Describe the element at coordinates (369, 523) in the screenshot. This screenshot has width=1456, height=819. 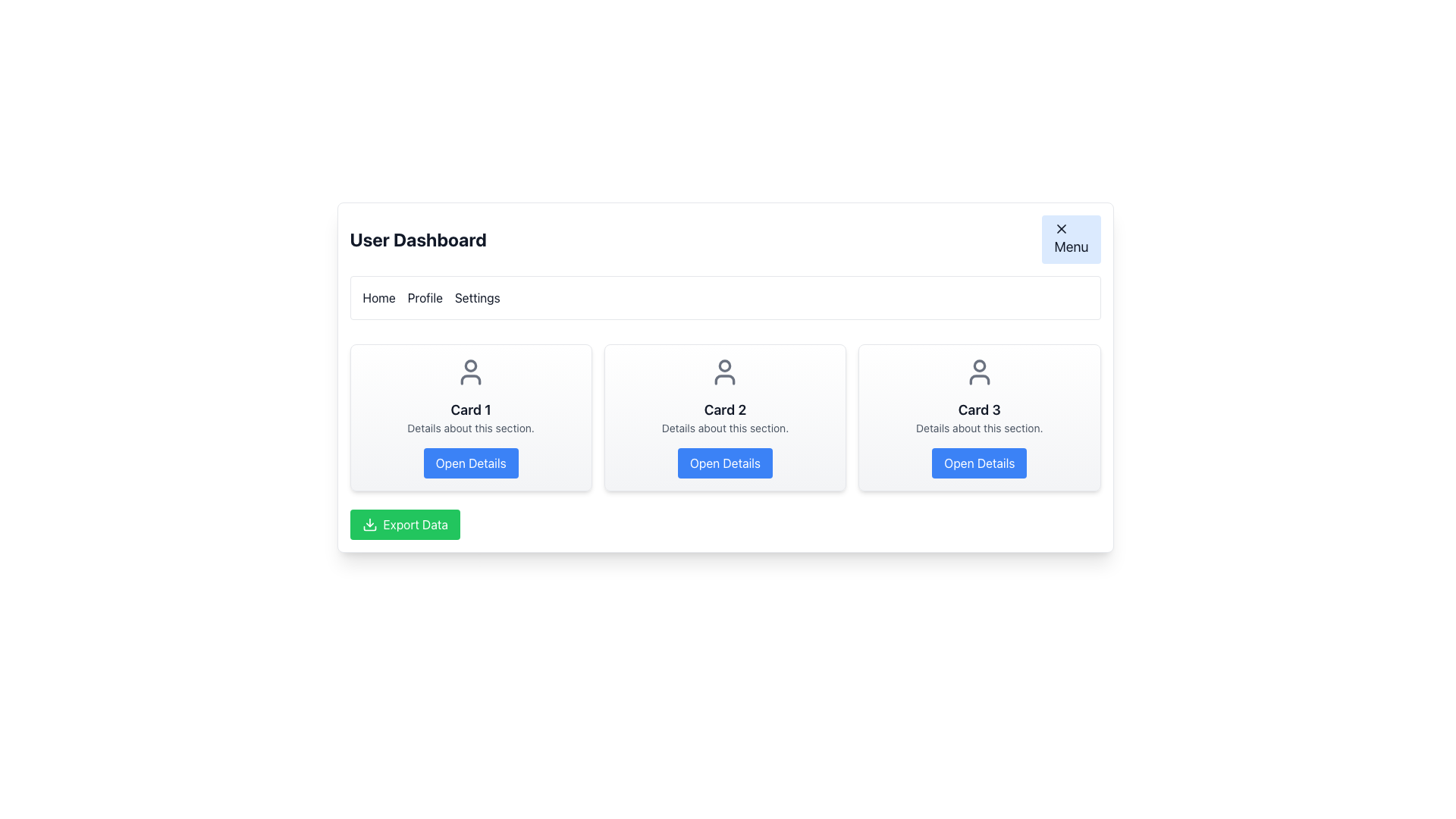
I see `the download SVG icon located within the green 'Export Data' button at the bottom-left corner of the main content area` at that location.